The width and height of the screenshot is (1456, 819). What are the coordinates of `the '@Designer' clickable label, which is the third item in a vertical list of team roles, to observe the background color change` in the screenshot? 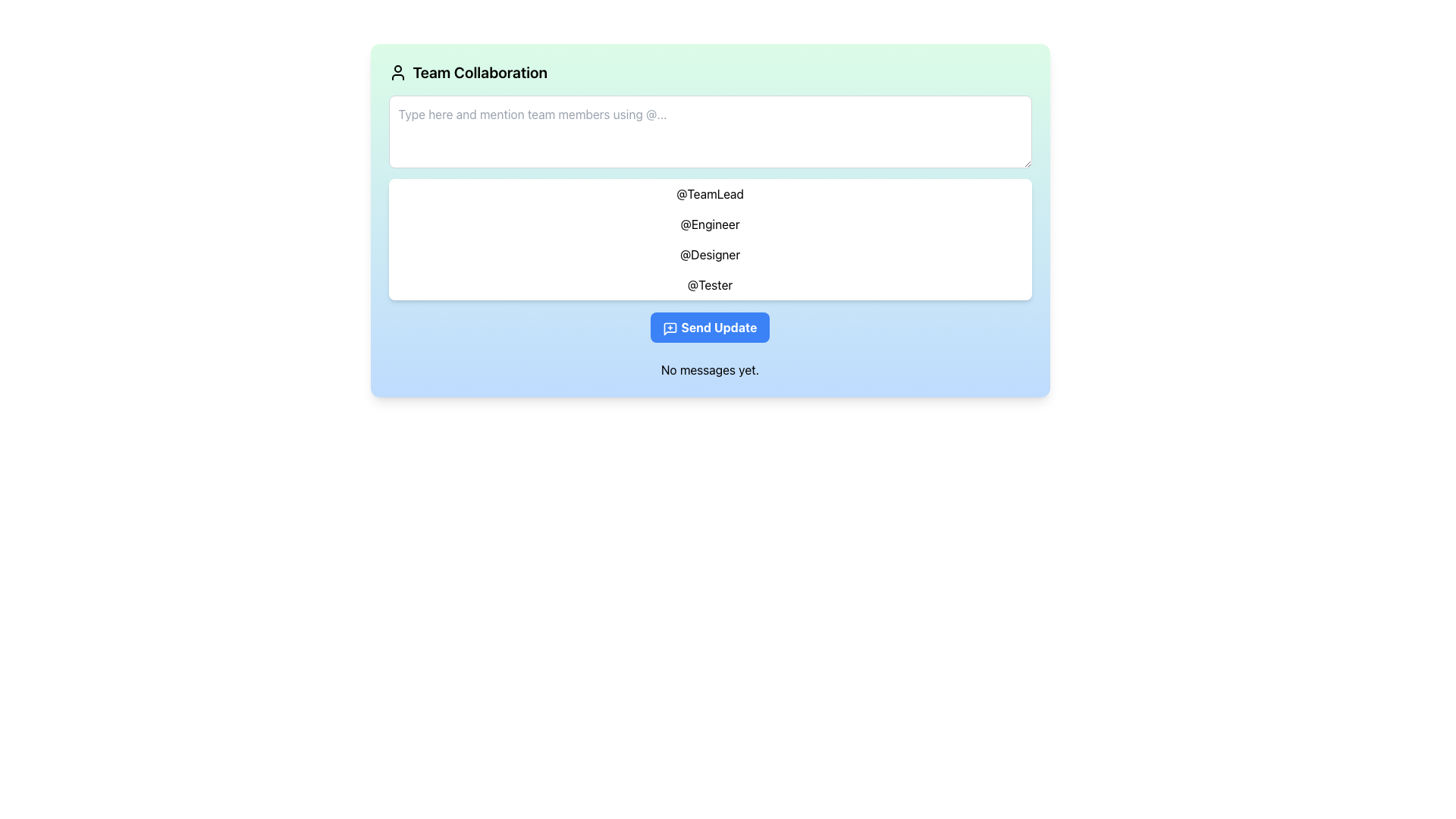 It's located at (709, 253).